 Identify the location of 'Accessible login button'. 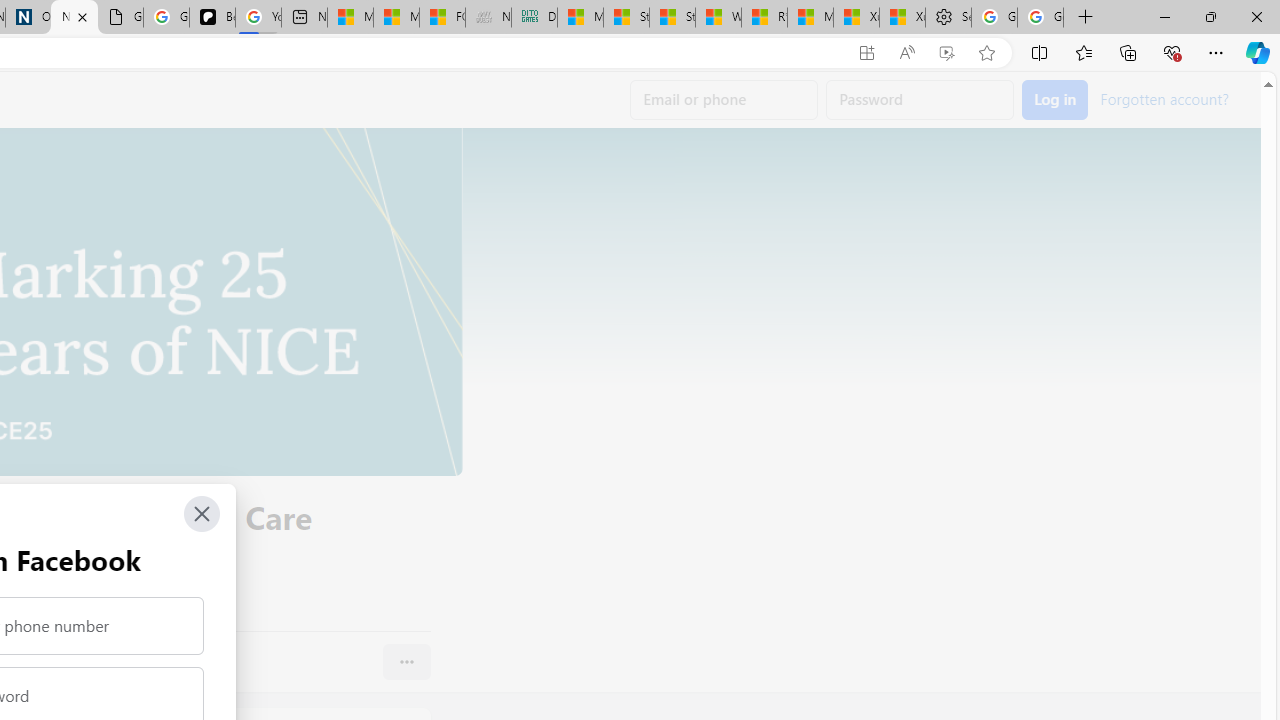
(1054, 100).